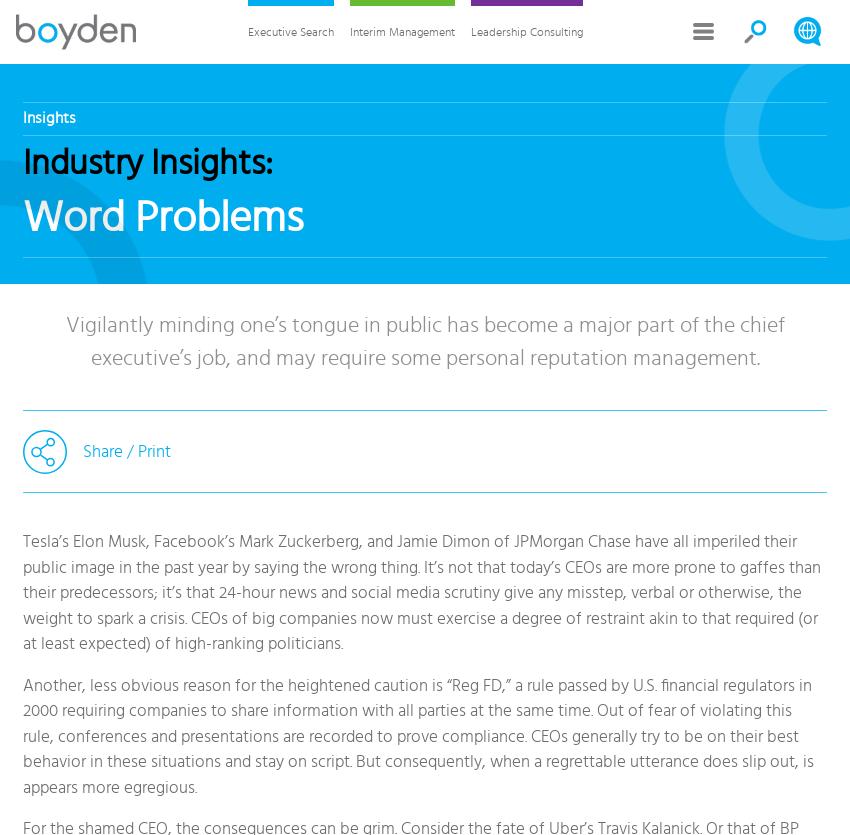 The width and height of the screenshot is (850, 835). I want to click on 'Industry Insights', so click(143, 162).